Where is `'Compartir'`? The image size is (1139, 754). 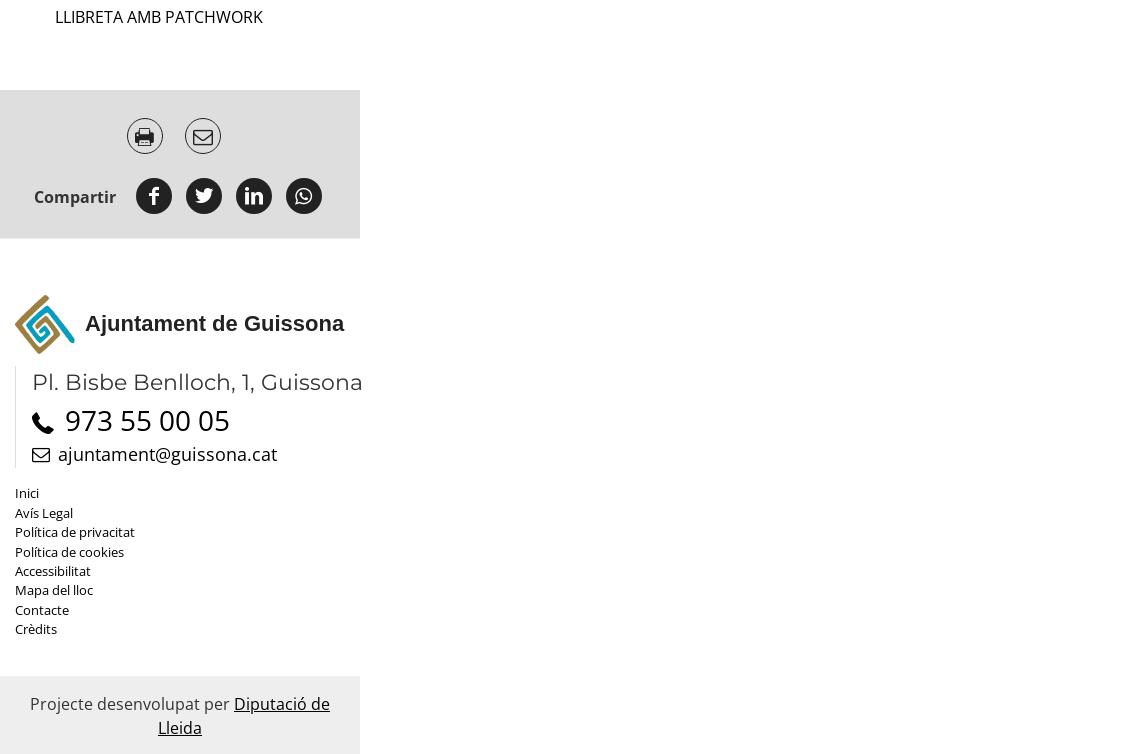
'Compartir' is located at coordinates (73, 196).